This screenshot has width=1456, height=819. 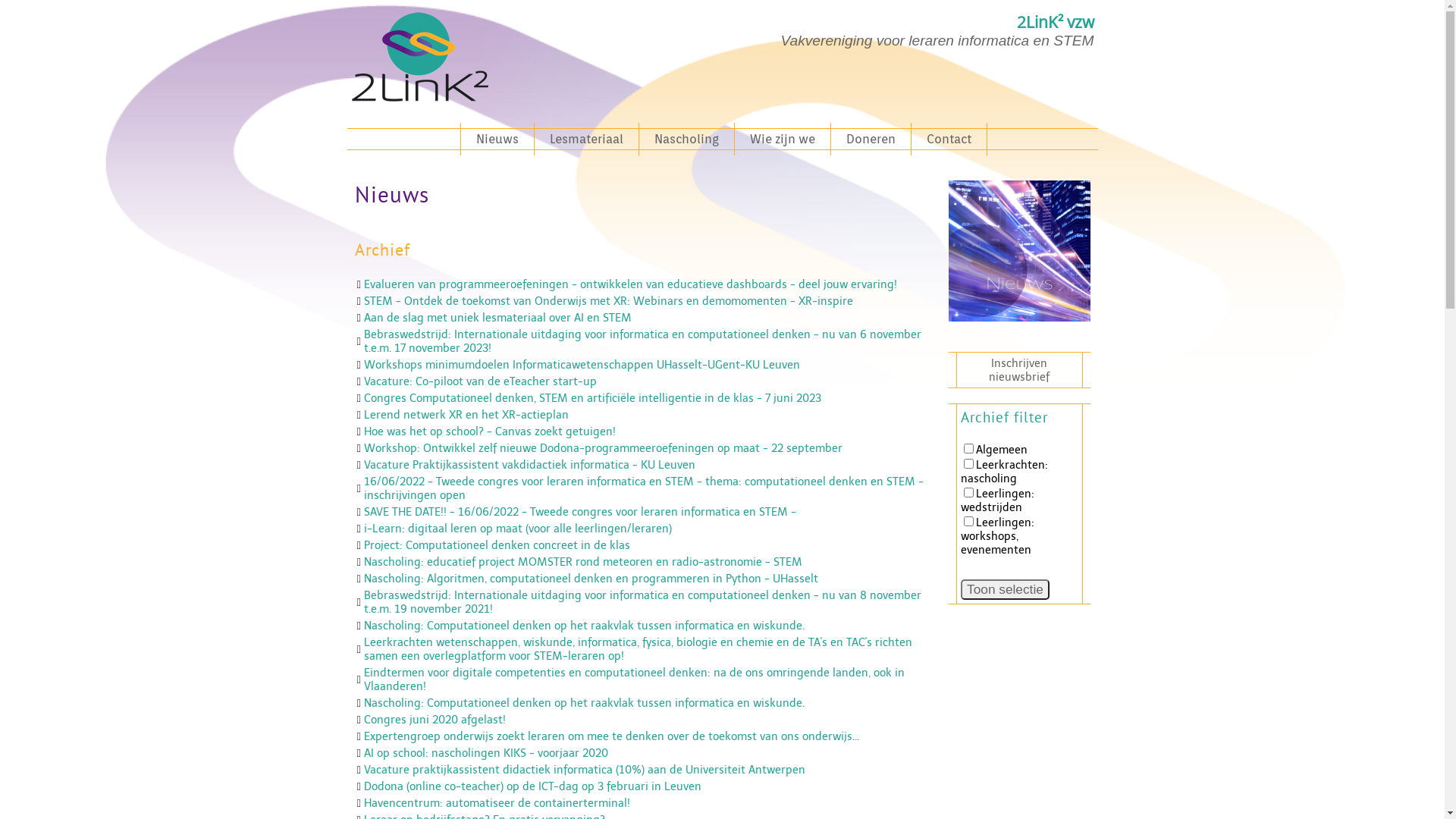 I want to click on 'Vacature: Co-piloot van de eTeacher start-up', so click(x=479, y=380).